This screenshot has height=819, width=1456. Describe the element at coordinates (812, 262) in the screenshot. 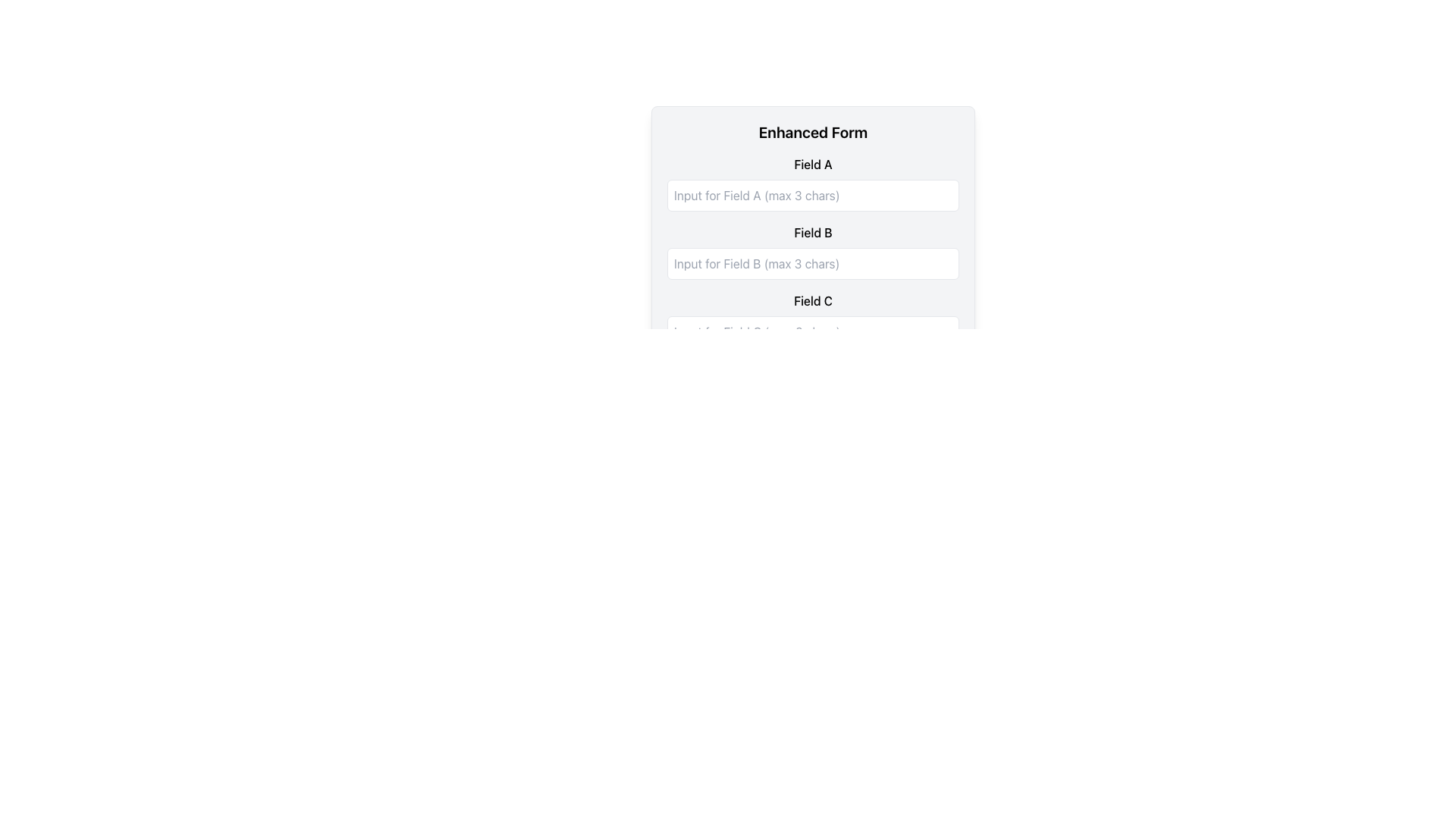

I see `the second text input field below 'Field B' by tabbing to it` at that location.